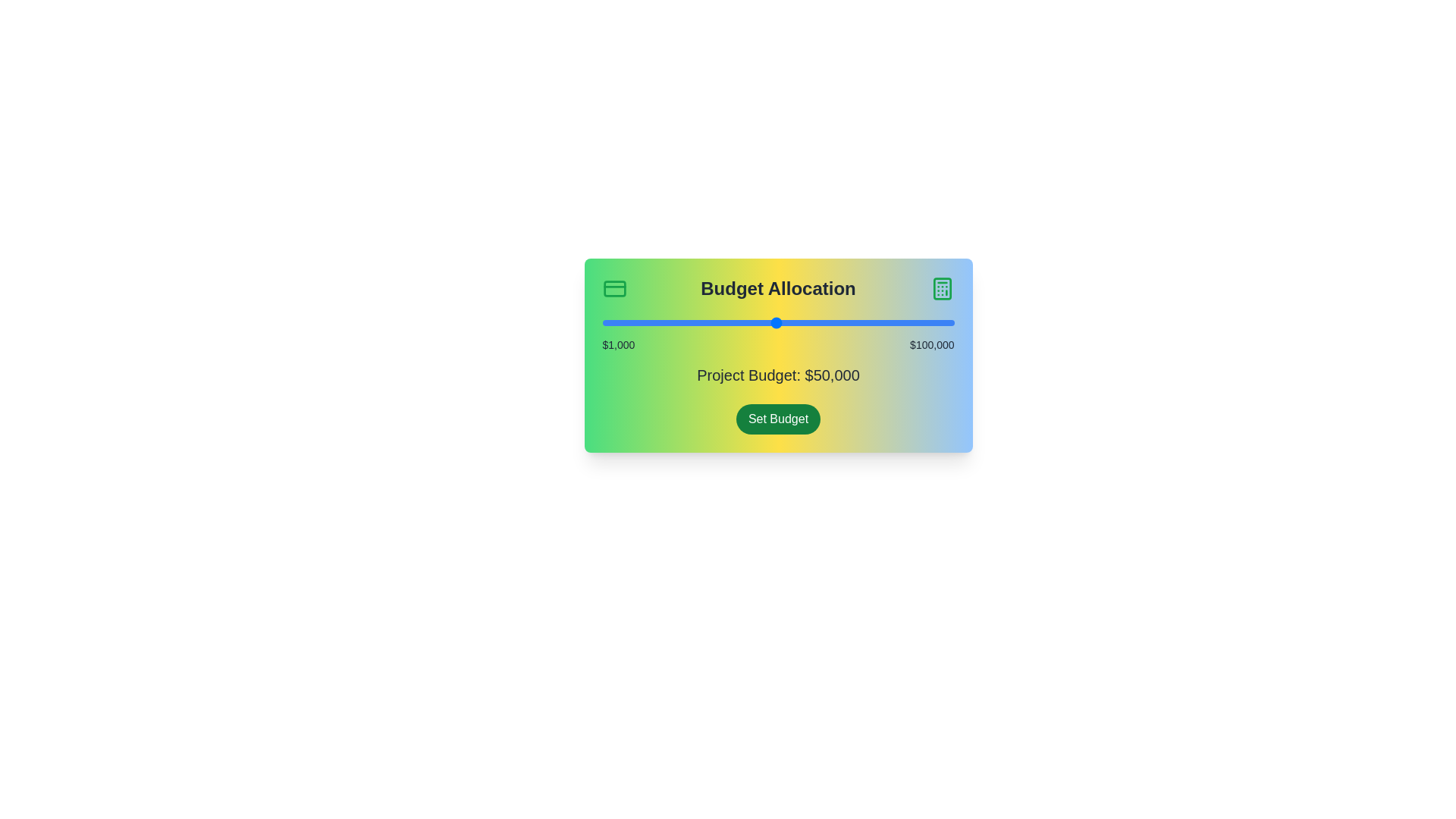  I want to click on the budget slider to set the budget to 80672, so click(885, 322).